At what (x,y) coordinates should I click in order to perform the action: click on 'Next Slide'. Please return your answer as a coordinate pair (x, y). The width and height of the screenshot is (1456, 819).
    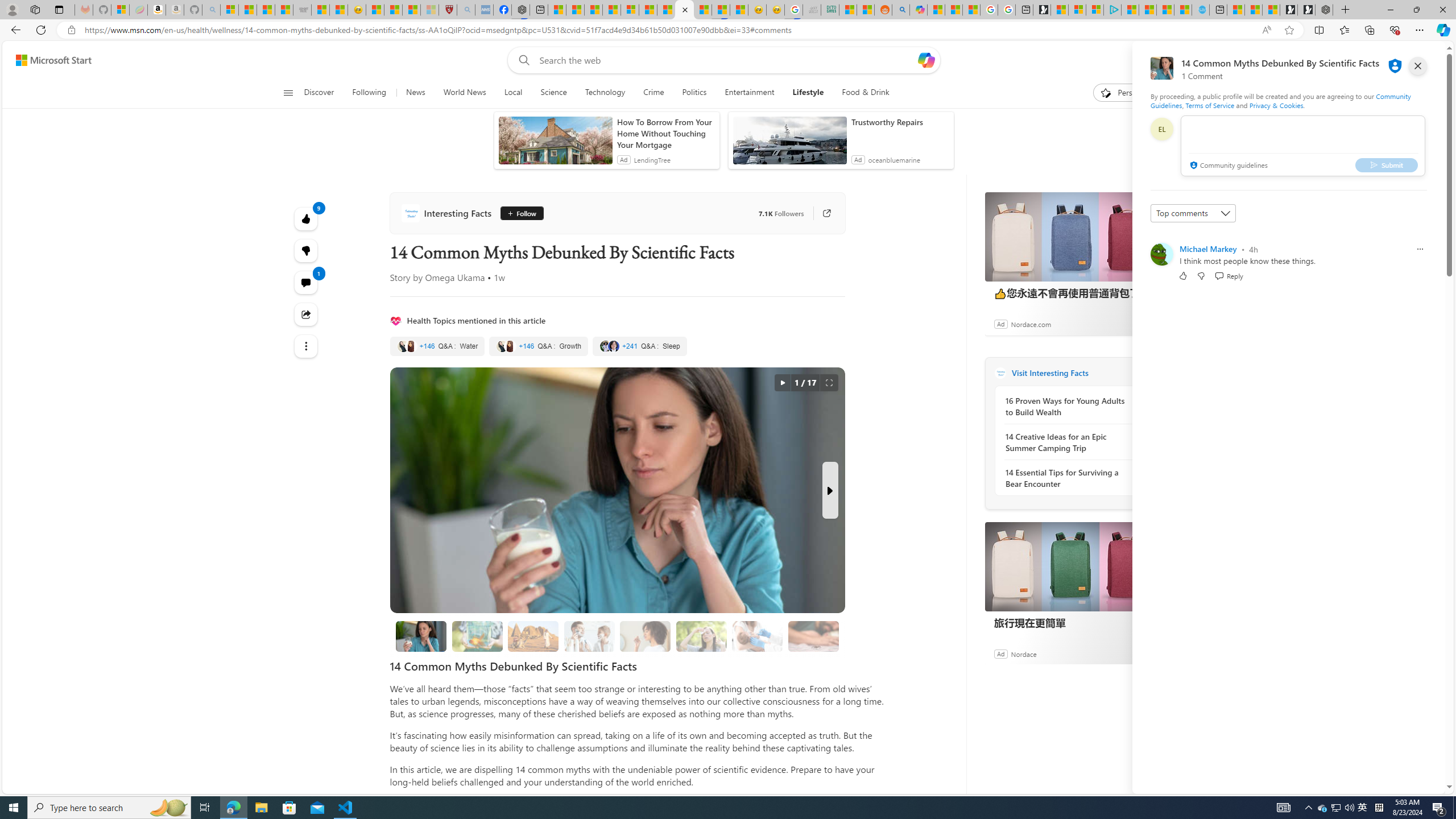
    Looking at the image, I should click on (830, 490).